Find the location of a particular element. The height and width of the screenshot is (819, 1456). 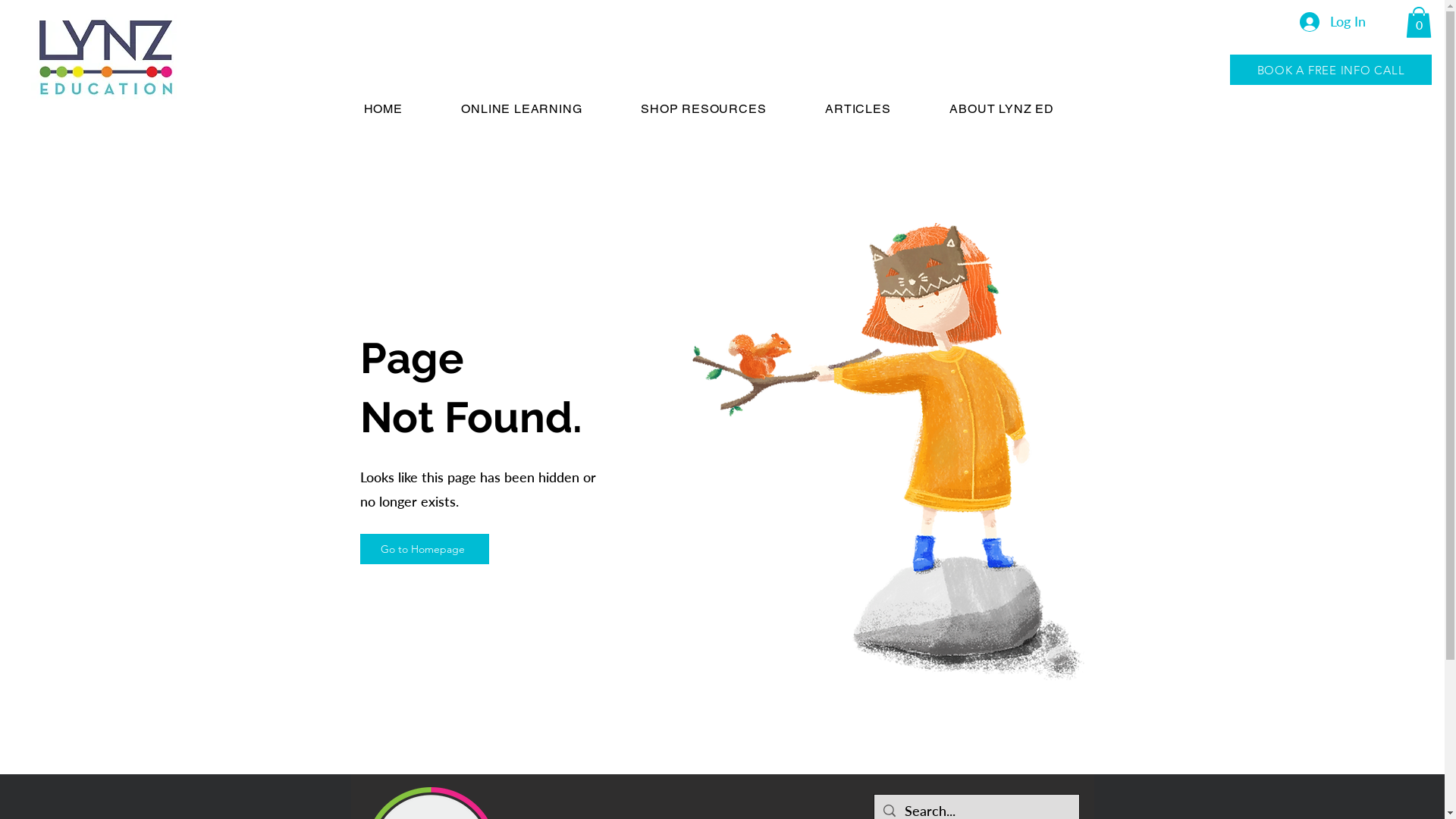

'ONLINE LEARNING' is located at coordinates (540, 108).